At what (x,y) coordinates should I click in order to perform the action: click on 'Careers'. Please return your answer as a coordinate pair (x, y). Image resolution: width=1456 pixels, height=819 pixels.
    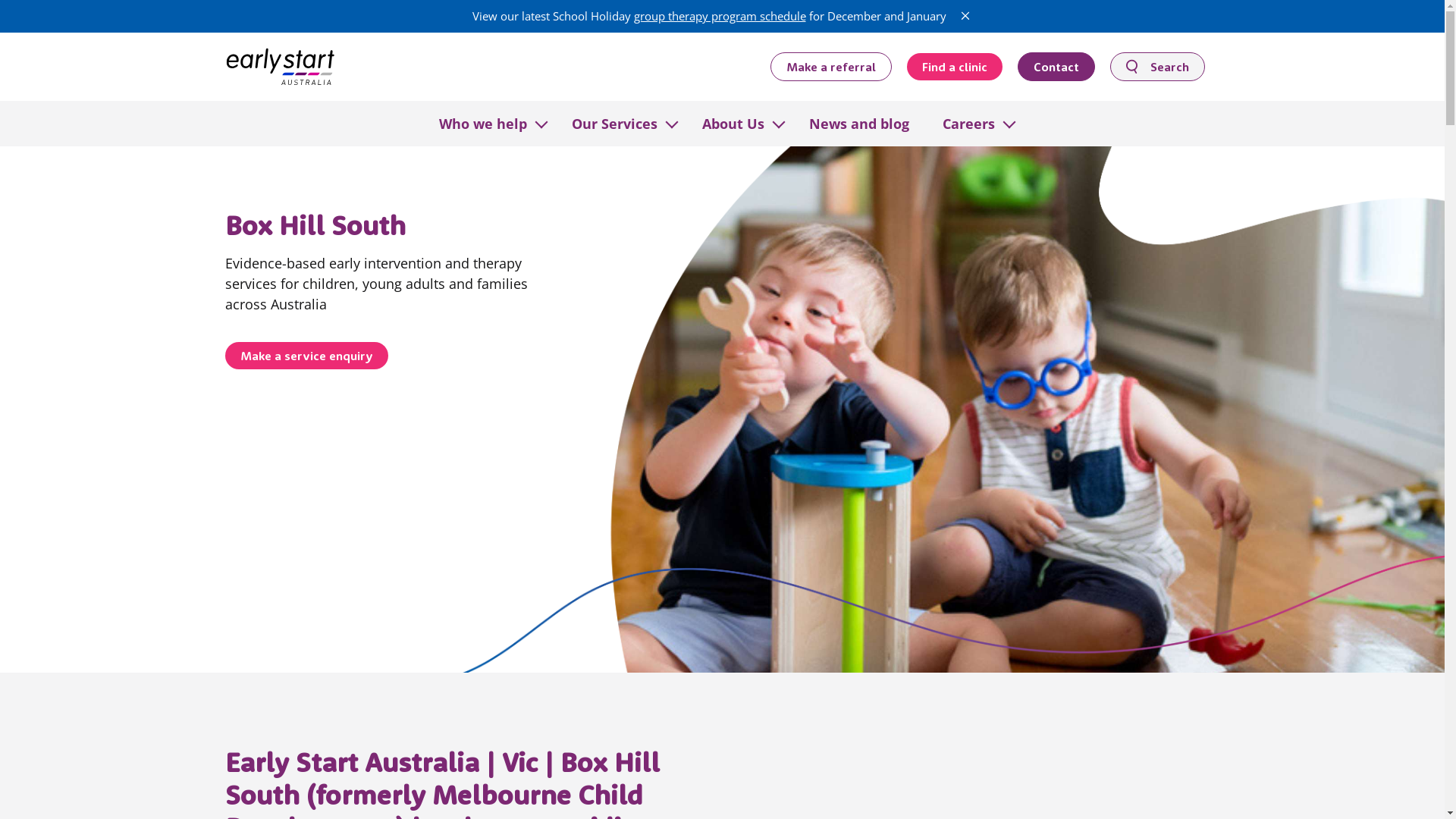
    Looking at the image, I should click on (967, 122).